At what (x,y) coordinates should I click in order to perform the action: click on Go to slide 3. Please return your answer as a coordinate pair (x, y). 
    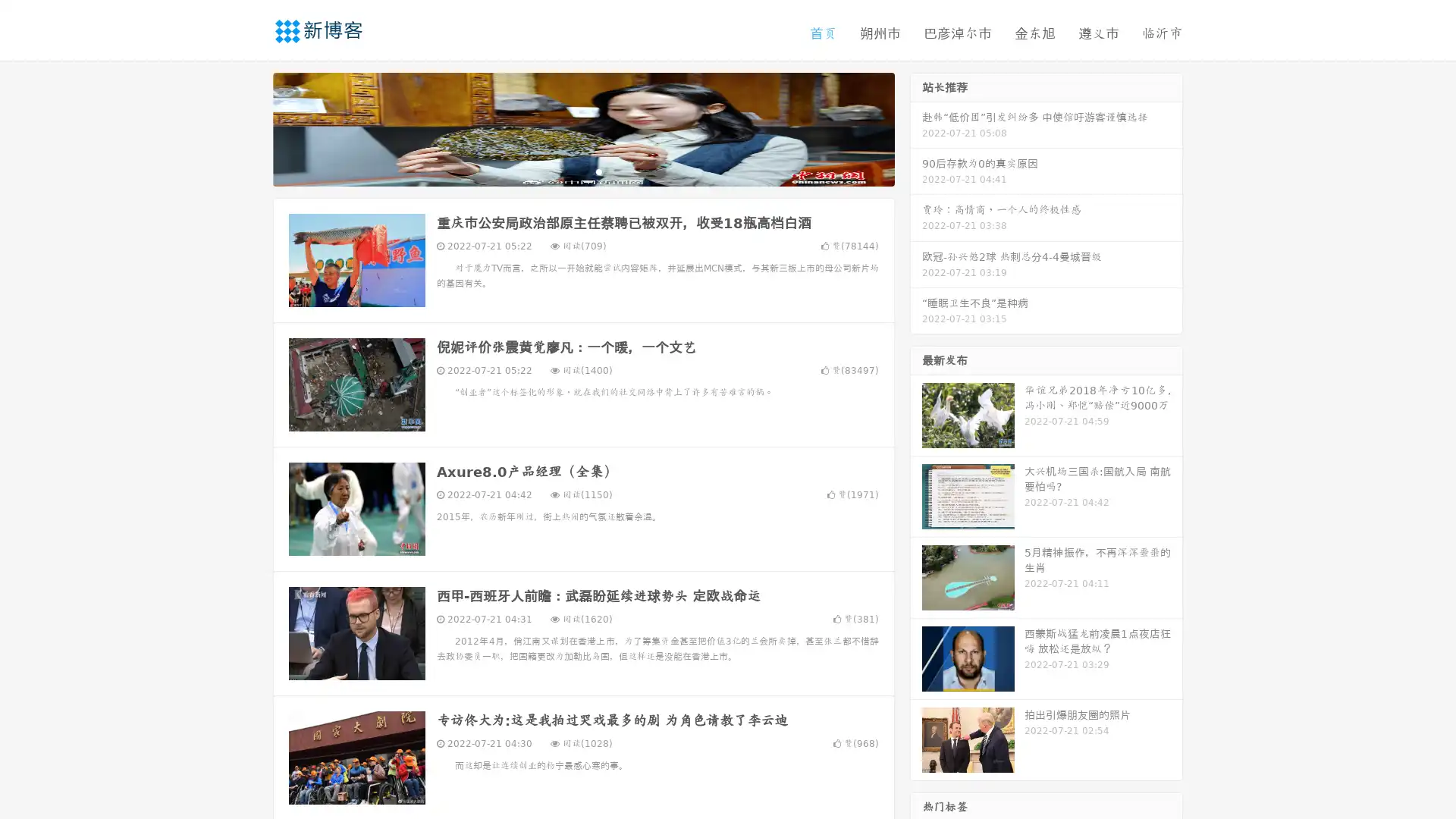
    Looking at the image, I should click on (598, 171).